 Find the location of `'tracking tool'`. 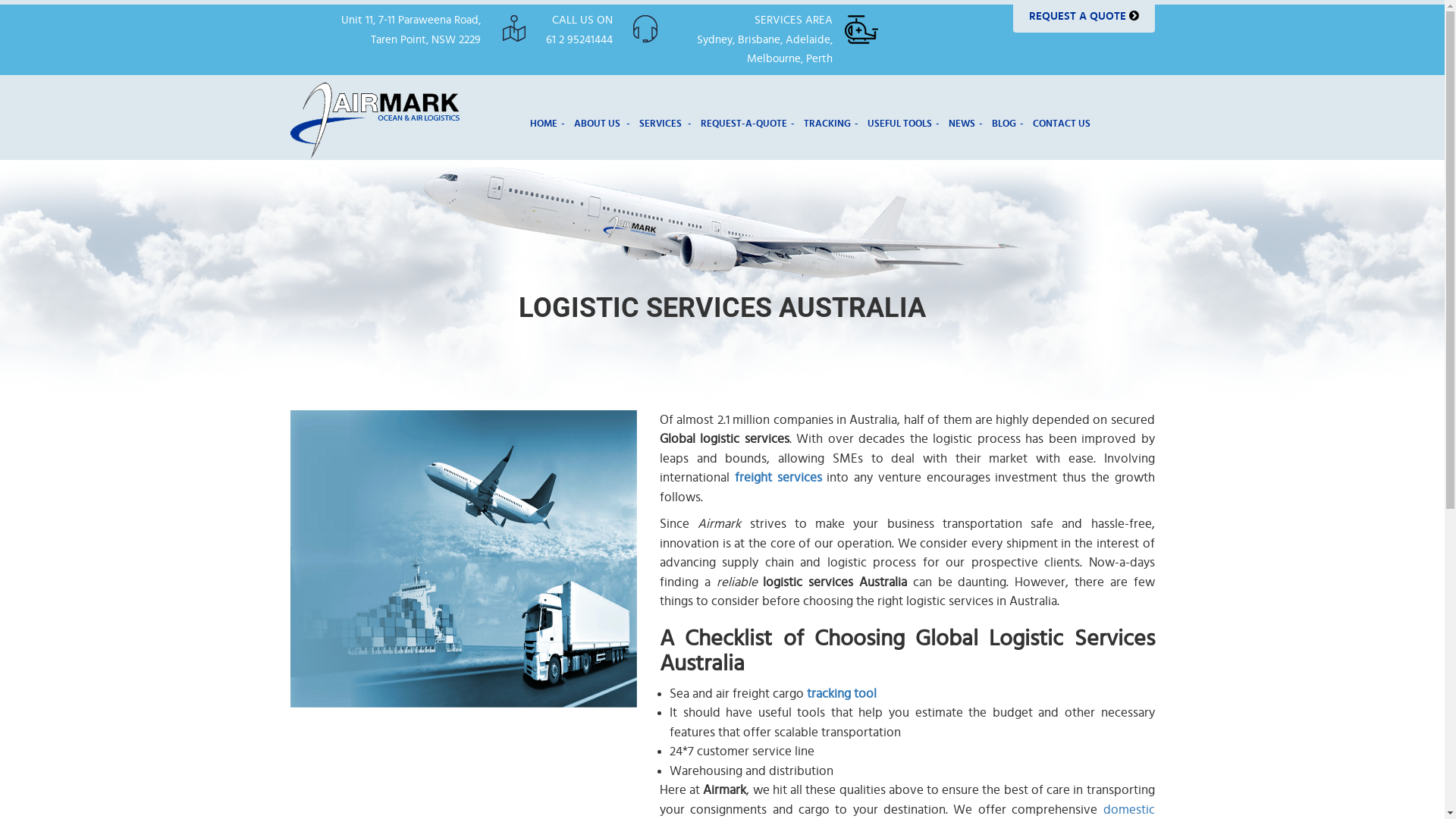

'tracking tool' is located at coordinates (840, 693).